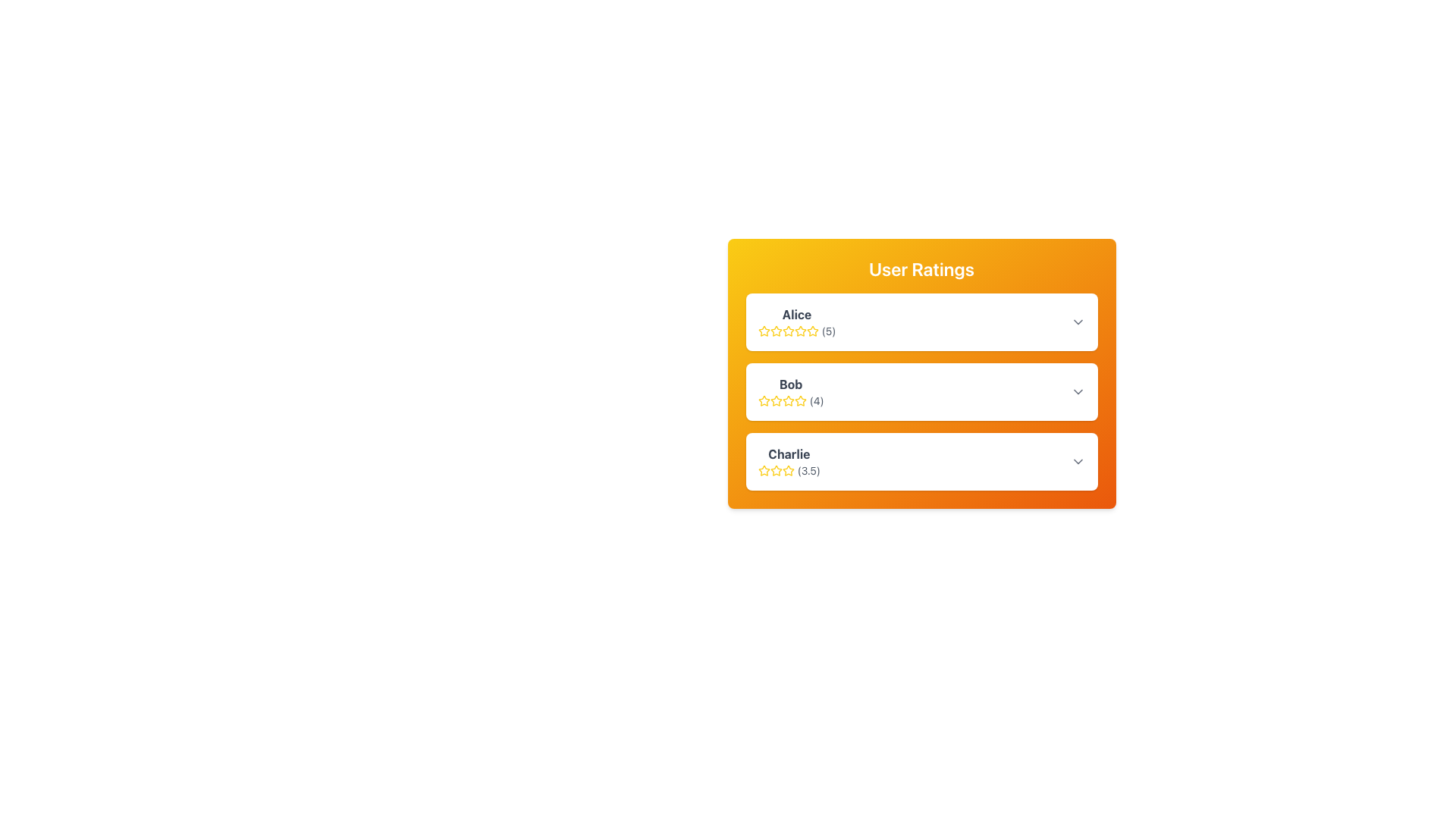 The height and width of the screenshot is (819, 1456). What do you see at coordinates (788, 400) in the screenshot?
I see `the fourth star icon in the rating row for user 'Bob', which visually indicates a selected state in the star rating system` at bounding box center [788, 400].